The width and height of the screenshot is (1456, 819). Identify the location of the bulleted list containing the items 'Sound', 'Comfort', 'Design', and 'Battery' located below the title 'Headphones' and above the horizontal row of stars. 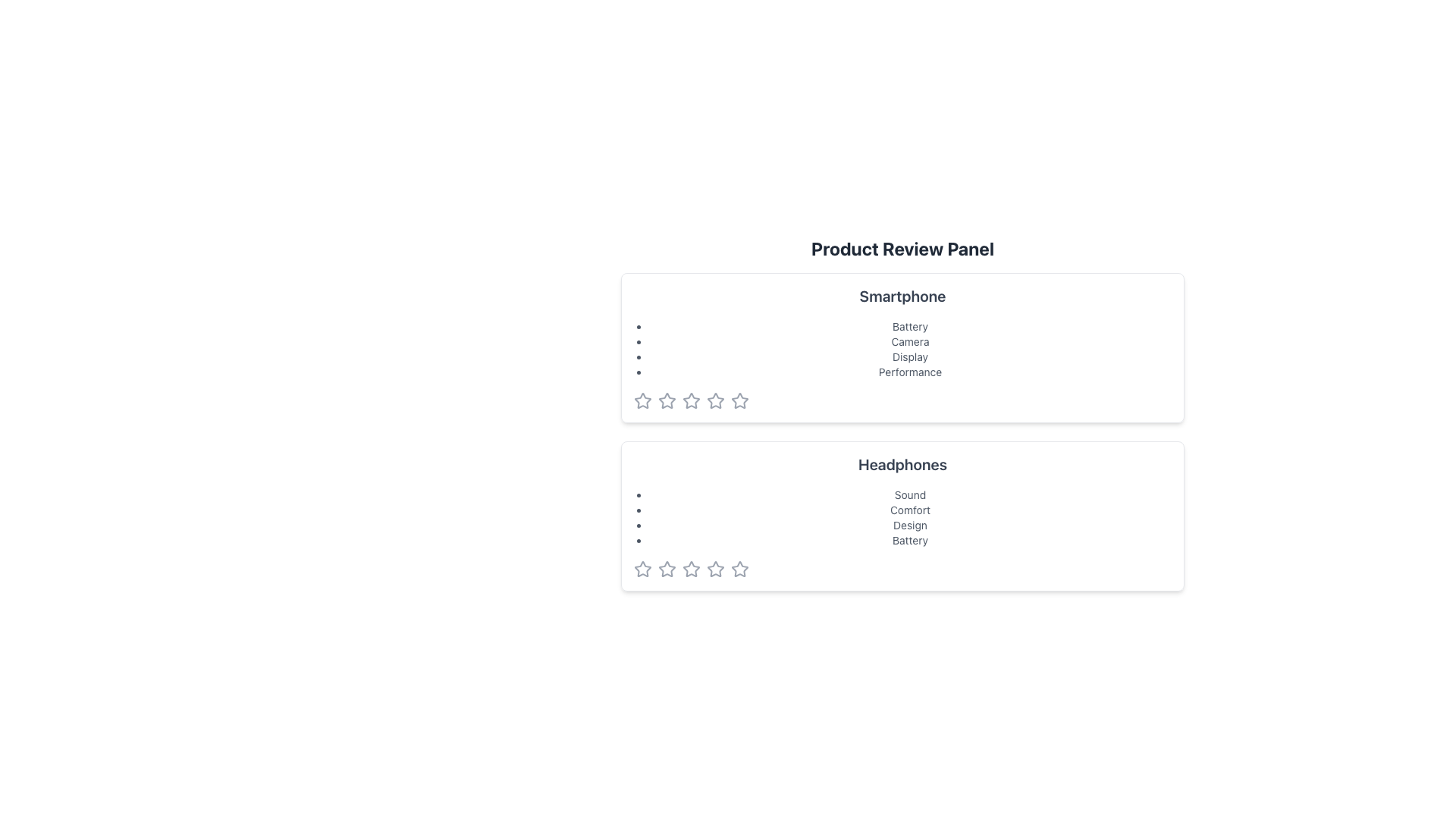
(902, 516).